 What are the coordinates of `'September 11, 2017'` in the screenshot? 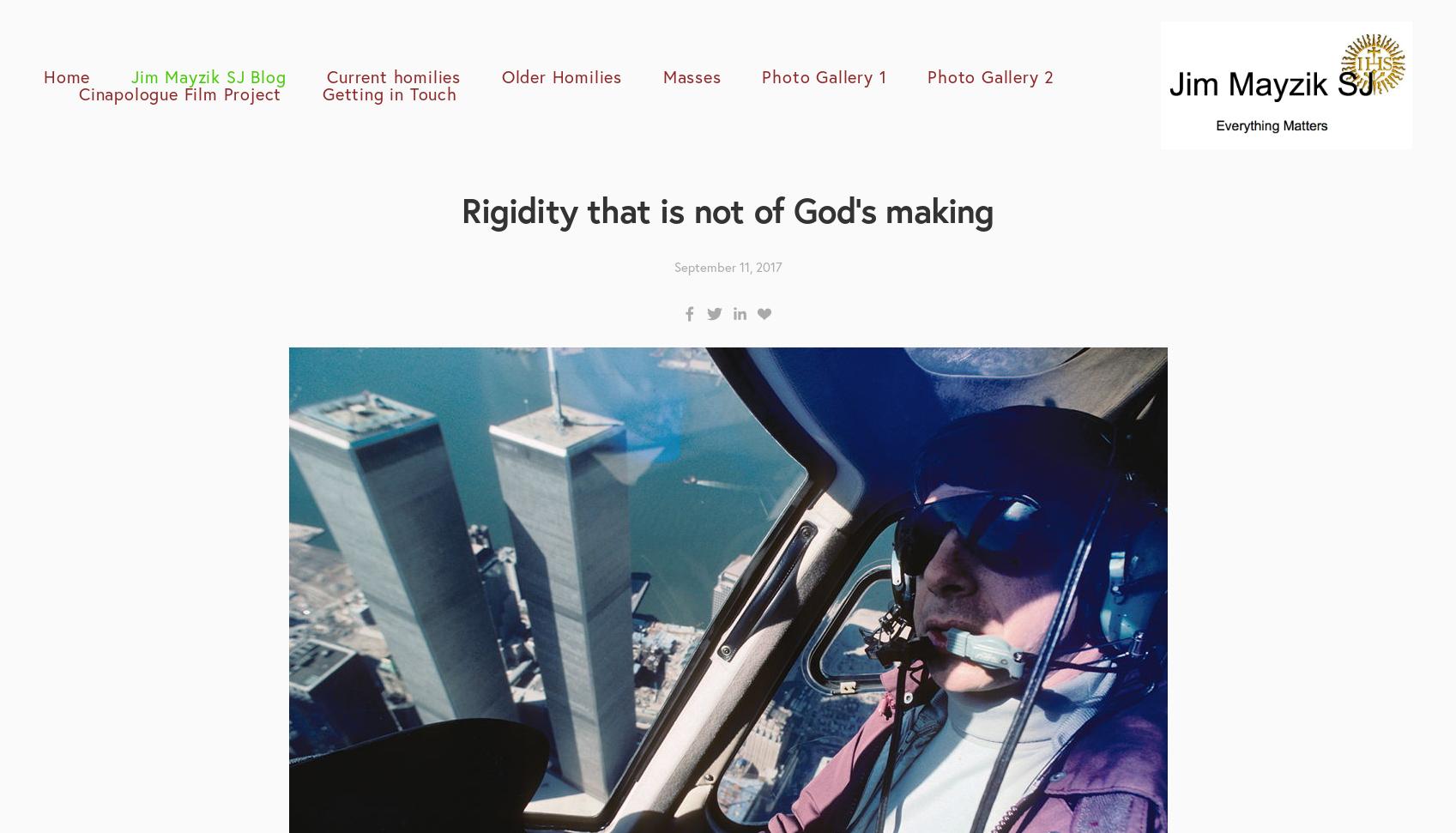 It's located at (727, 265).